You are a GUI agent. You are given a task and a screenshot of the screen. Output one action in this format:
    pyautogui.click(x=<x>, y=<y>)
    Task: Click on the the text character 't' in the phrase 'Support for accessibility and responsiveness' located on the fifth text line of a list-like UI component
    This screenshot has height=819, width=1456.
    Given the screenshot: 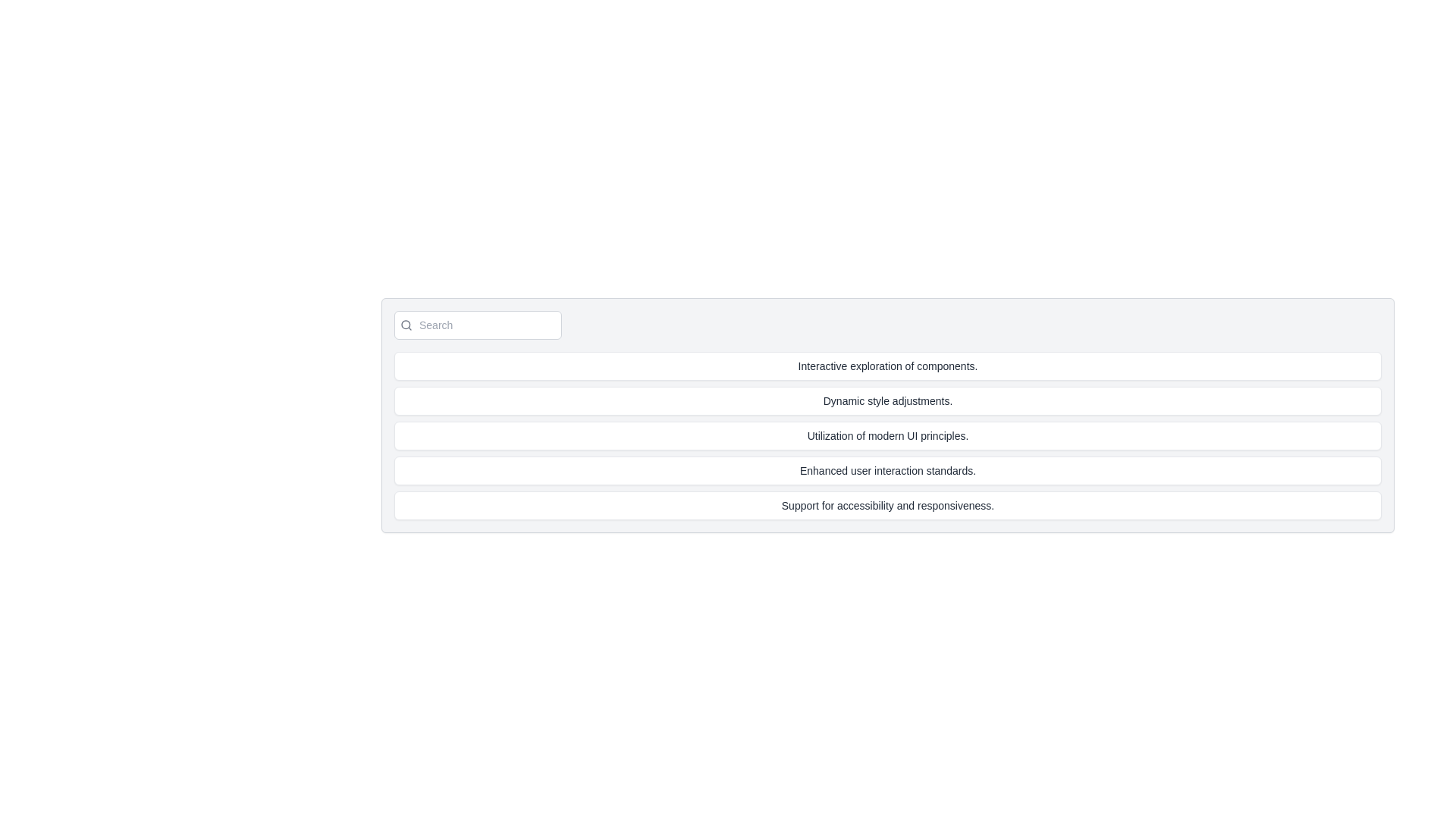 What is the action you would take?
    pyautogui.click(x=886, y=506)
    